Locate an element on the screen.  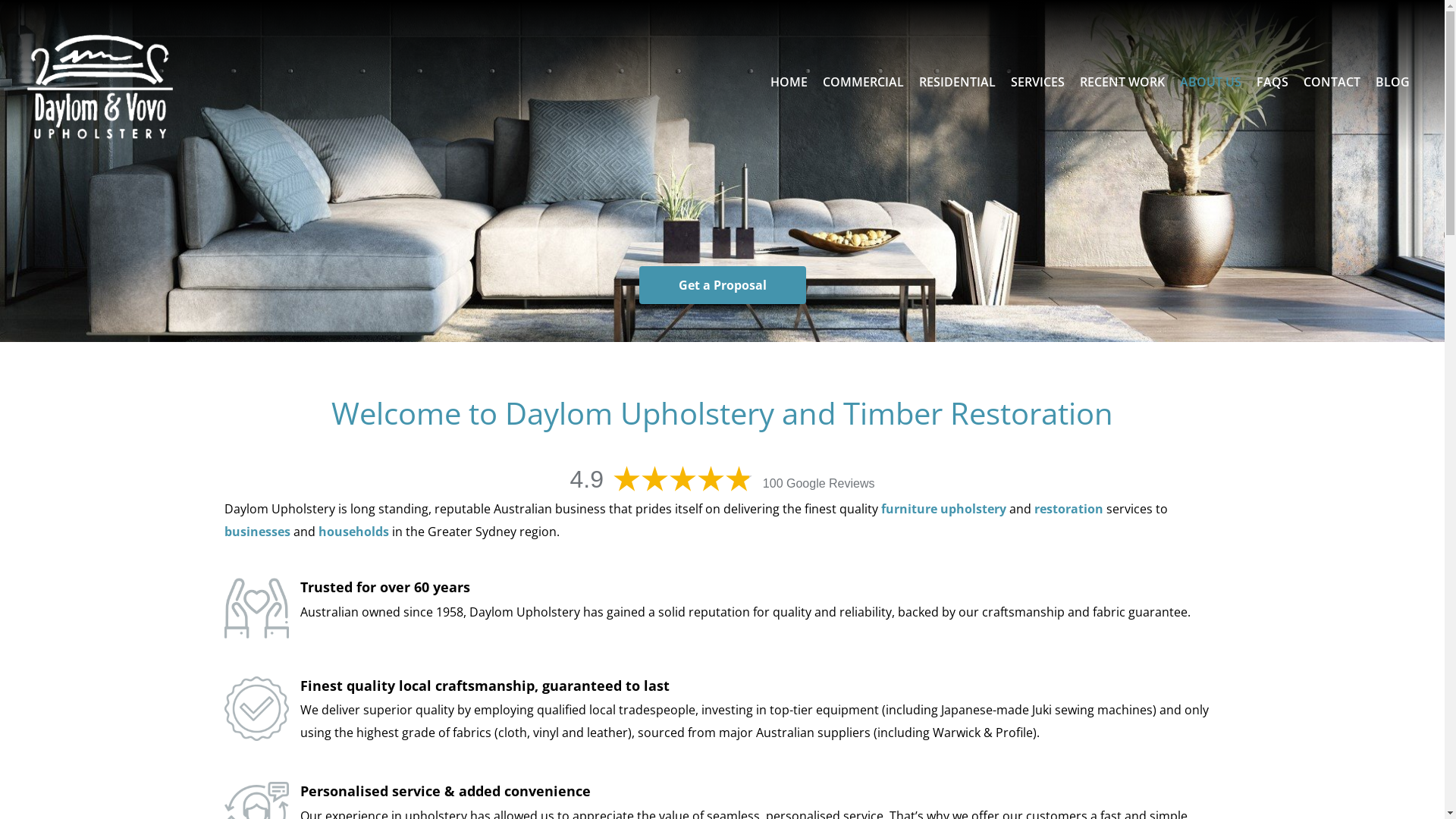
'ABOUT US' is located at coordinates (1210, 82).